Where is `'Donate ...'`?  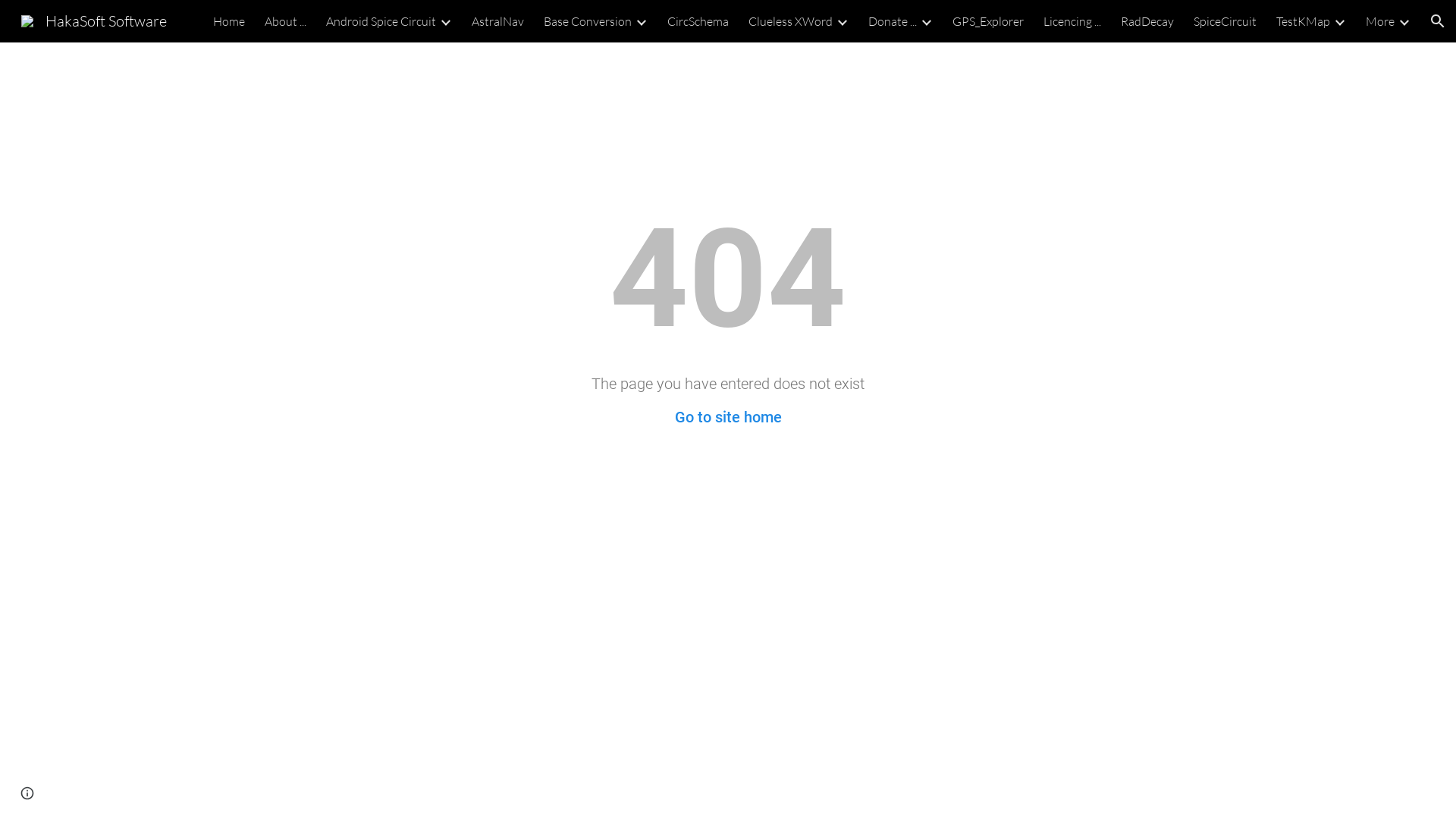
'Donate ...' is located at coordinates (892, 20).